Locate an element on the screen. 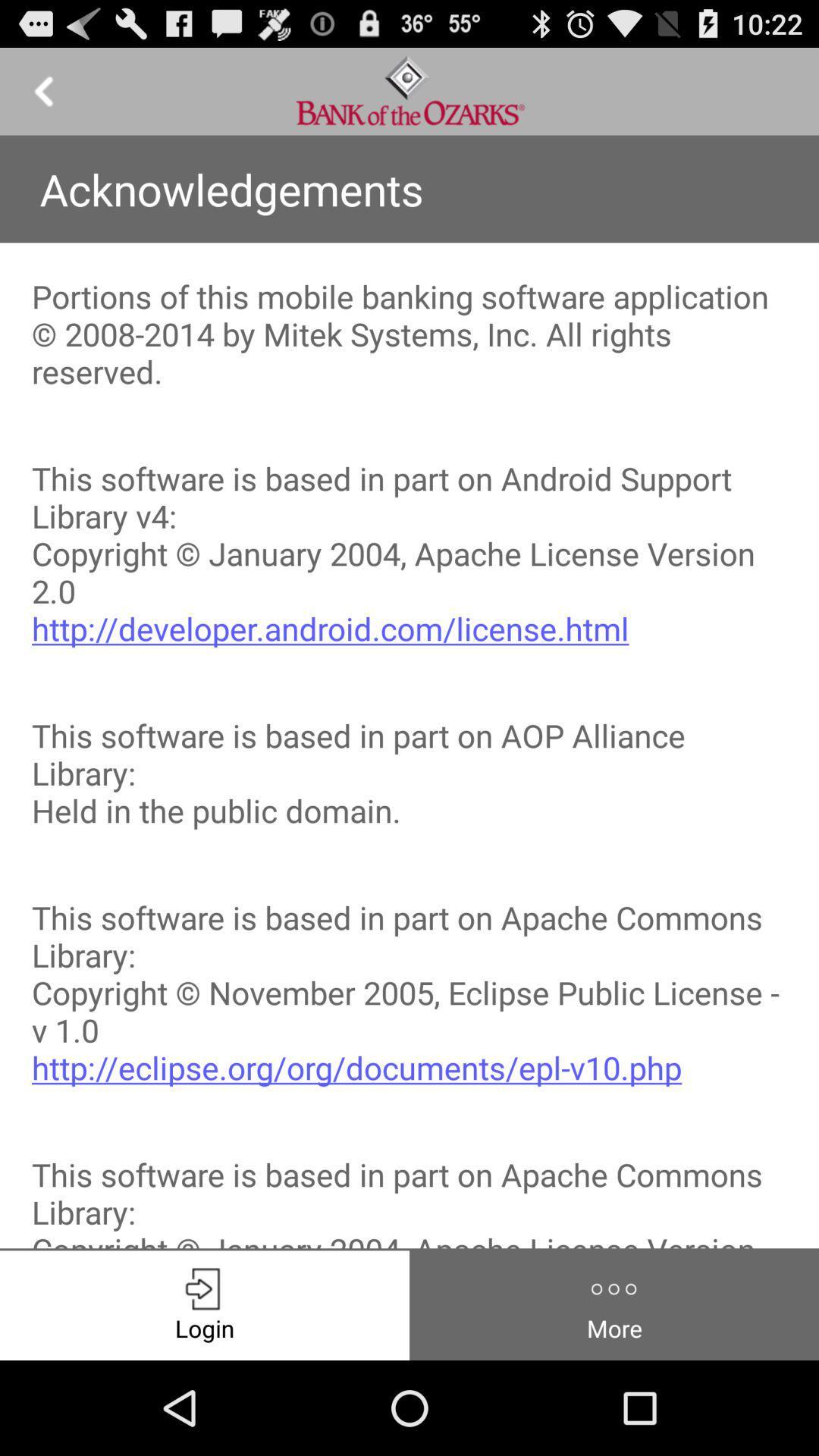 This screenshot has width=819, height=1456. go back is located at coordinates (42, 90).